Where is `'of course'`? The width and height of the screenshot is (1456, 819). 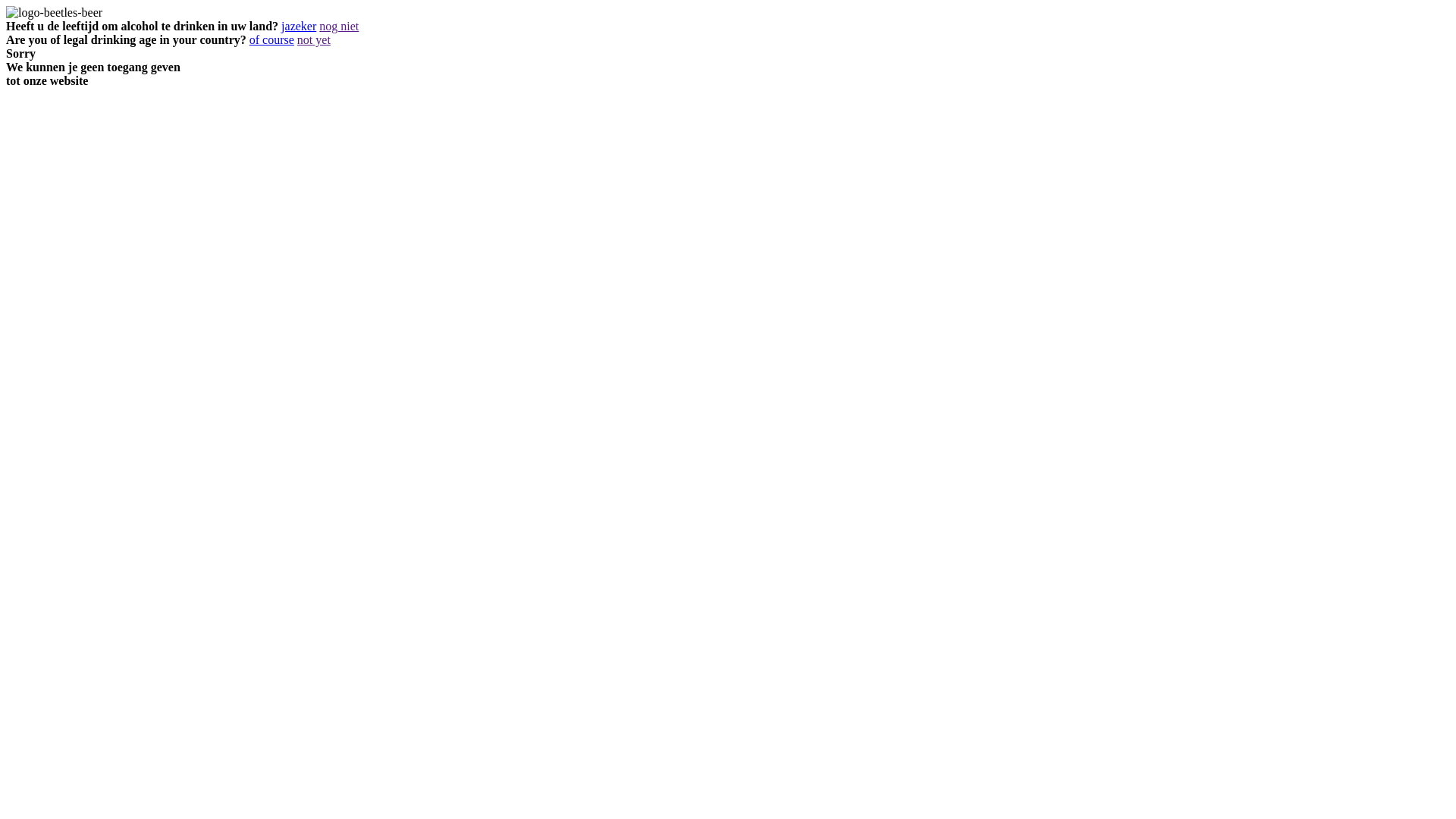
'of course' is located at coordinates (271, 39).